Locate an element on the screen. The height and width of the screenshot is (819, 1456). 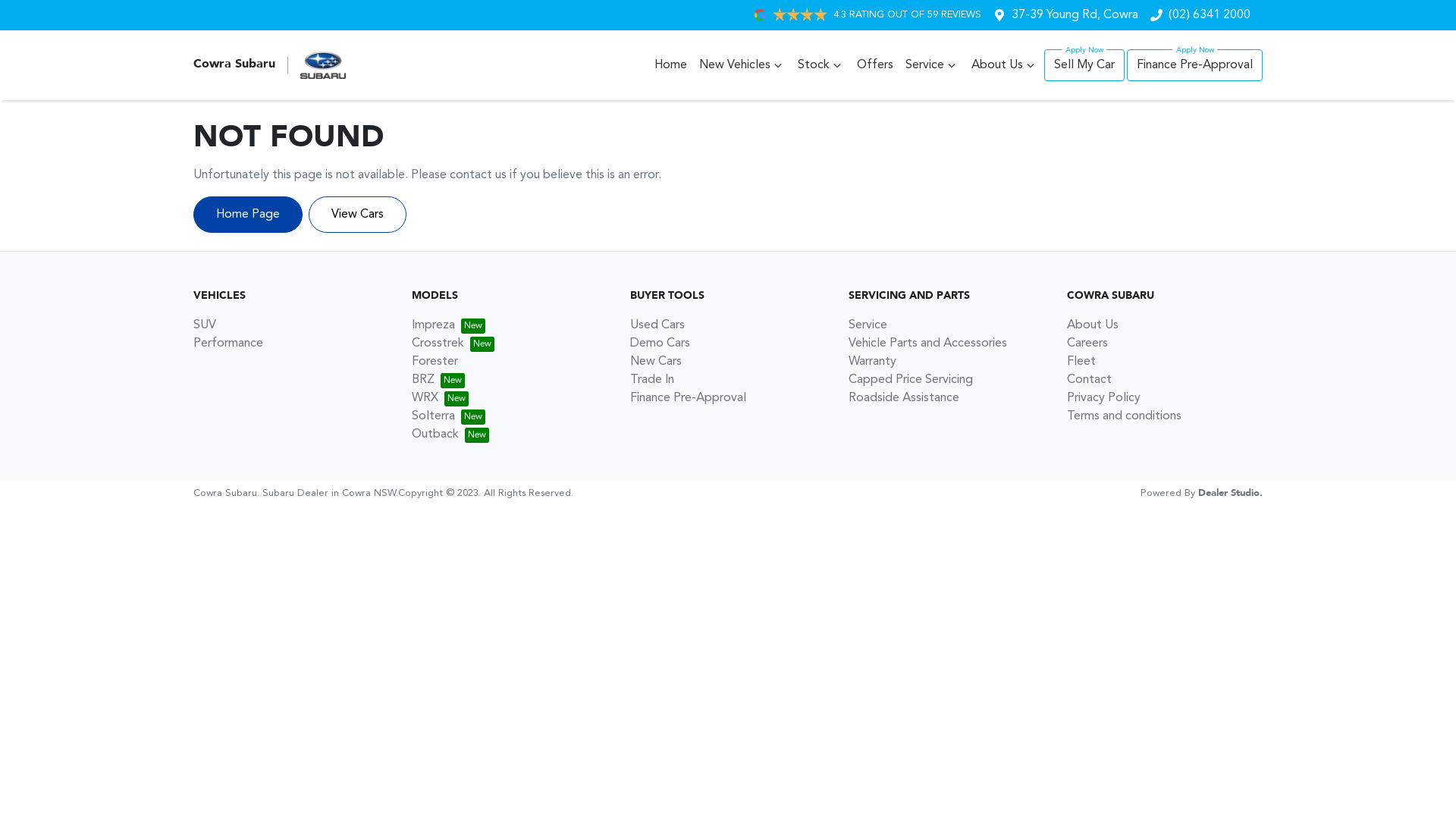
'Careers' is located at coordinates (1087, 343).